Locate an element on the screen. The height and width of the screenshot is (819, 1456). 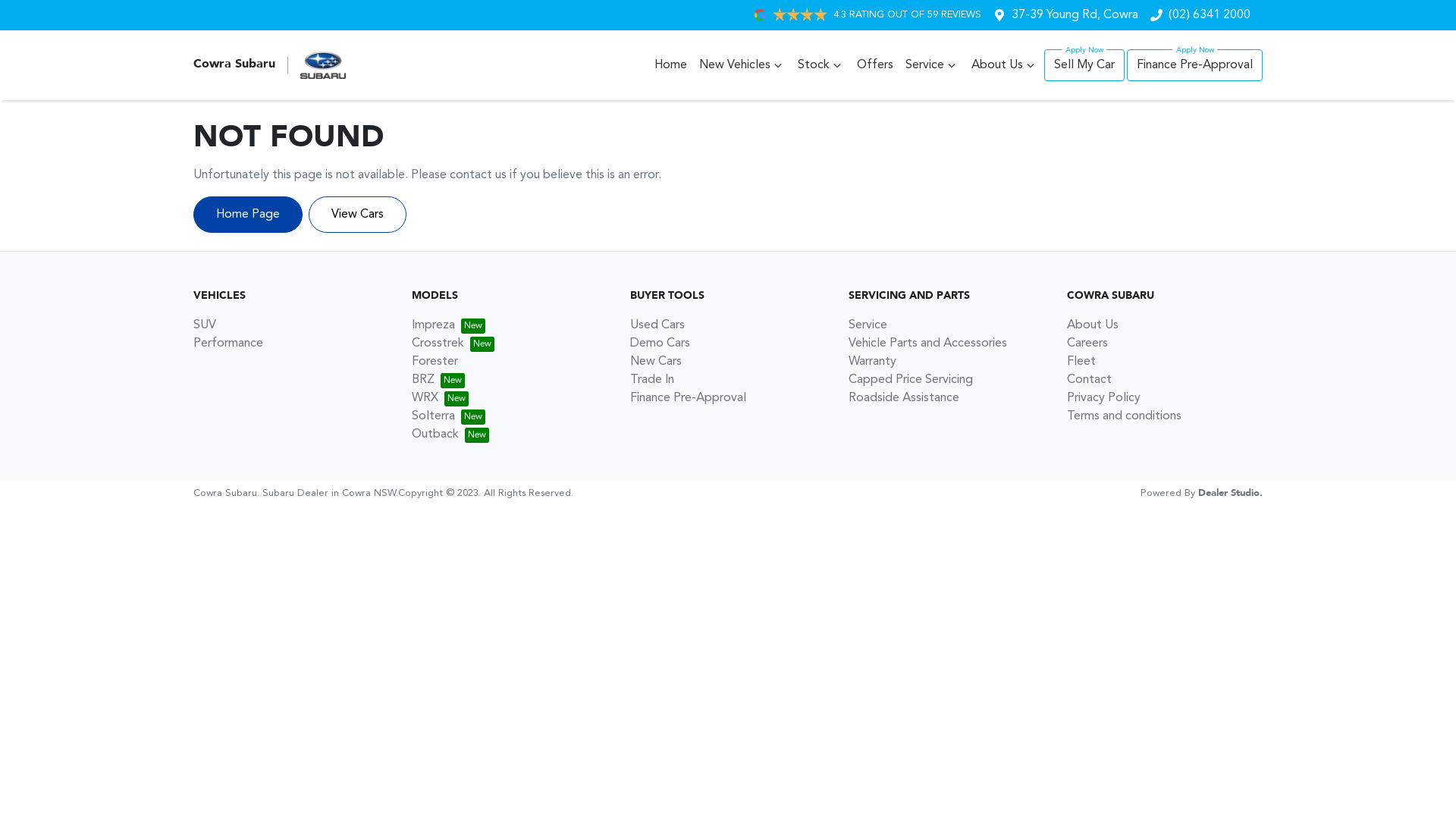
'Careers' is located at coordinates (1087, 343).